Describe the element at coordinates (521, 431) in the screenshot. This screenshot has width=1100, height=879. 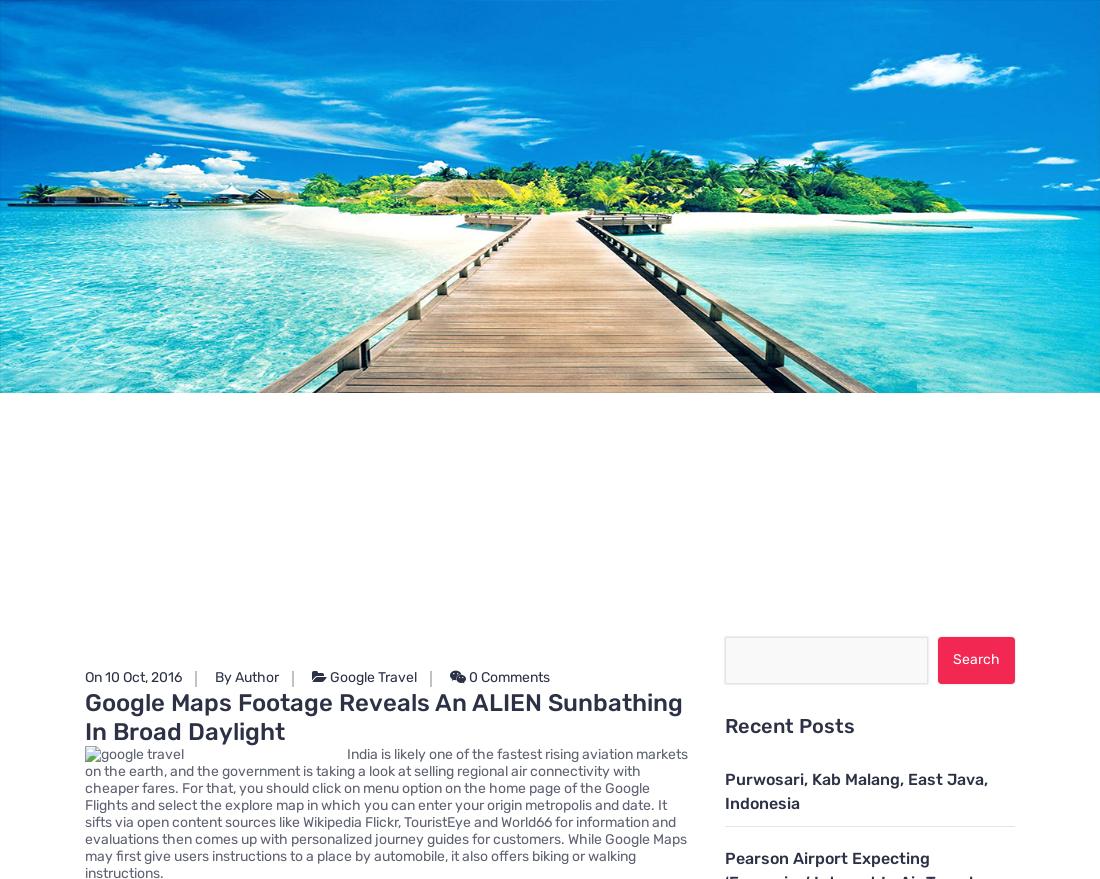
I see `'Related About Travel'` at that location.